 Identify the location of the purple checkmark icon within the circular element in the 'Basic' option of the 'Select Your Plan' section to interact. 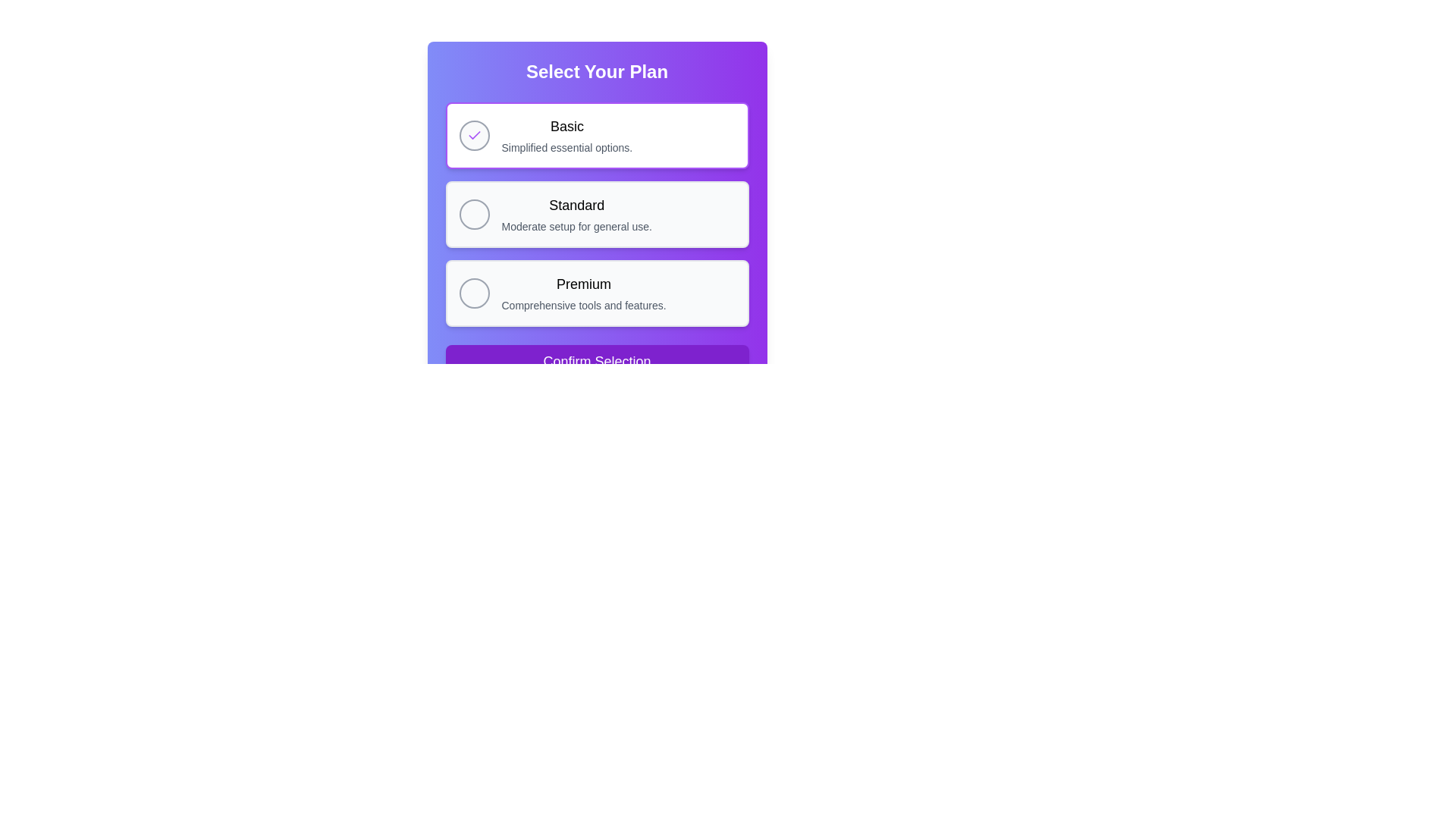
(473, 134).